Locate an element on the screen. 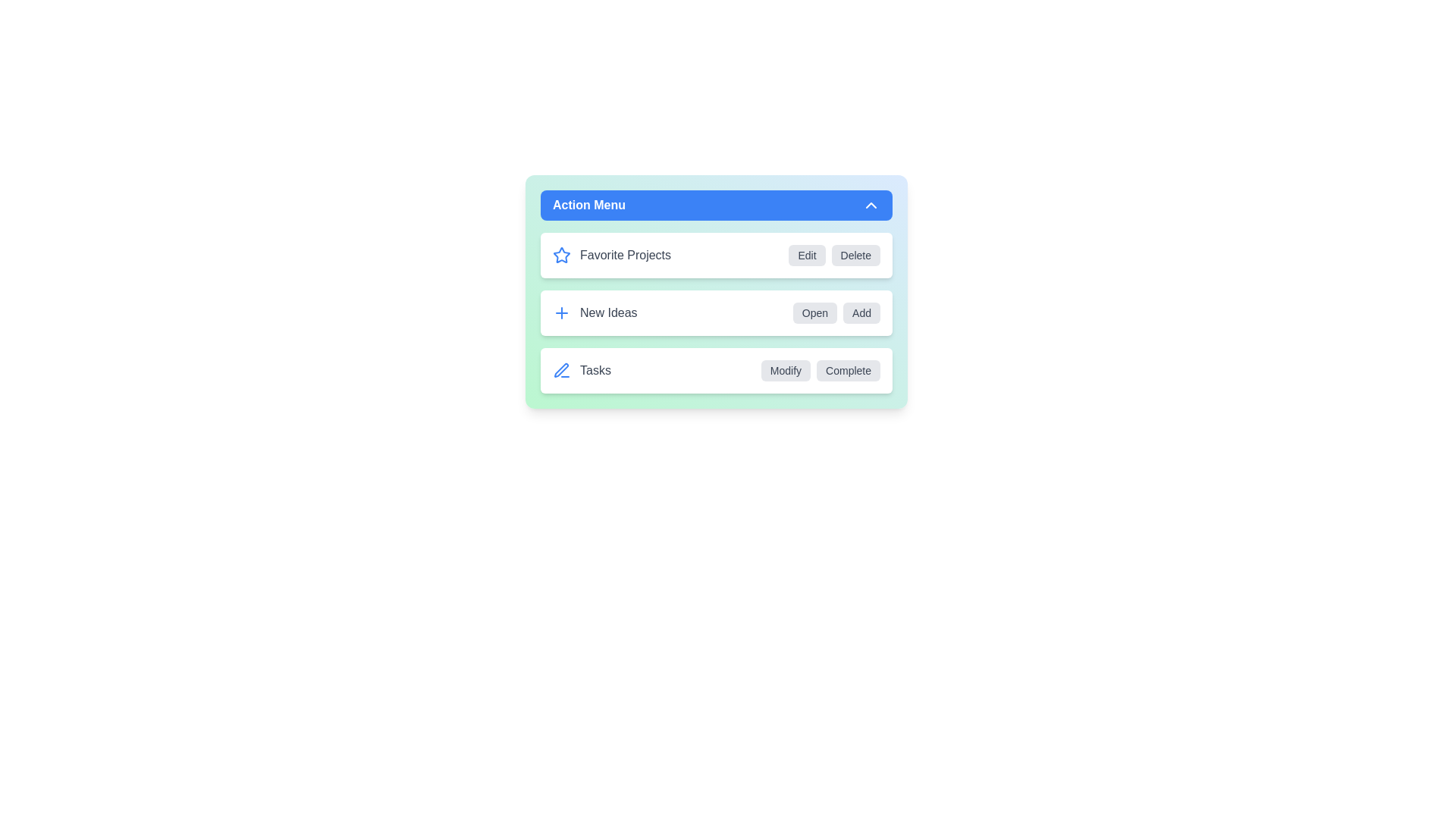 The image size is (1456, 819). the action button labeled Complete for the item Tasks is located at coordinates (847, 371).